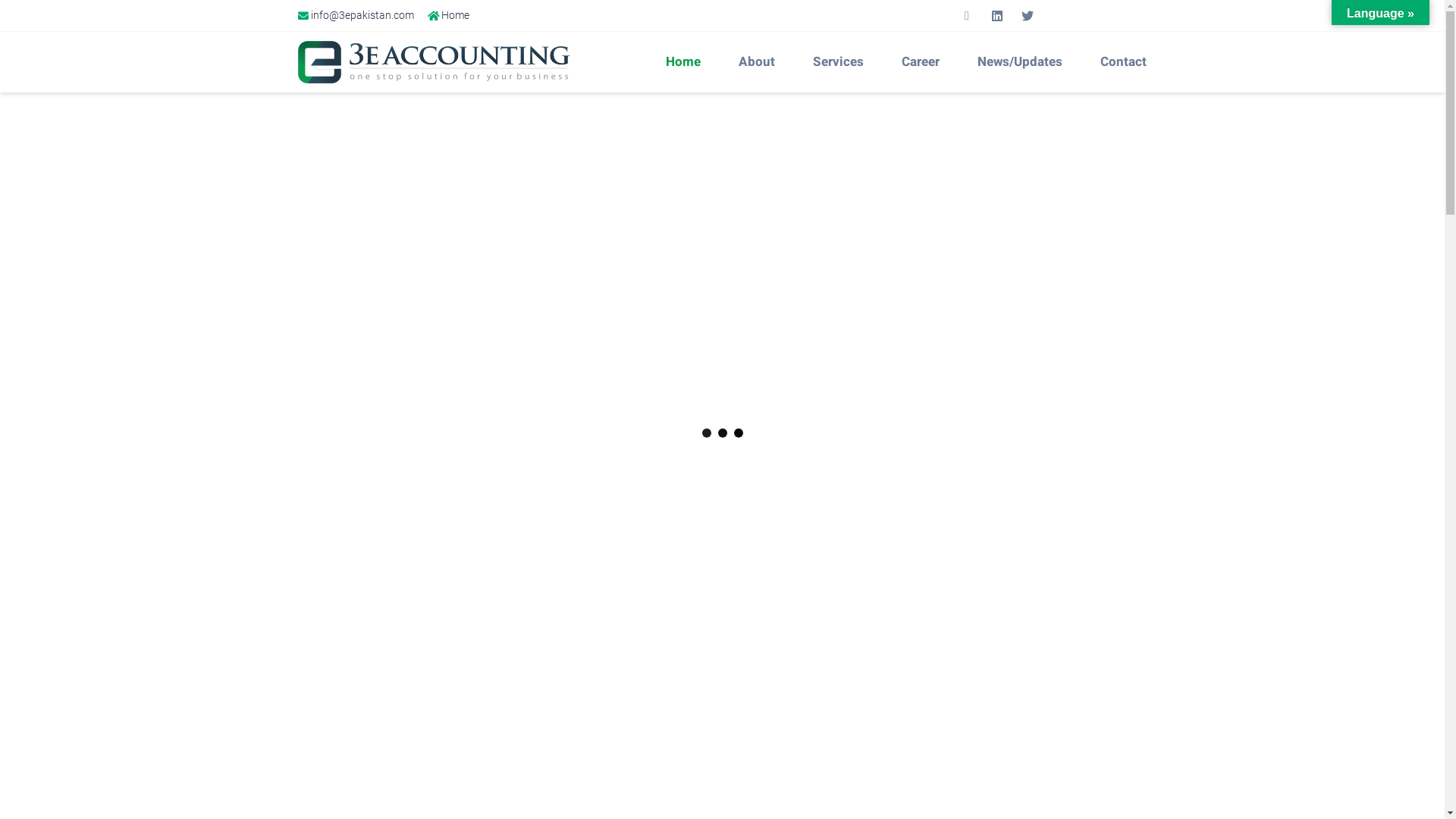 Image resolution: width=1456 pixels, height=819 pixels. Describe the element at coordinates (447, 15) in the screenshot. I see `'Home'` at that location.